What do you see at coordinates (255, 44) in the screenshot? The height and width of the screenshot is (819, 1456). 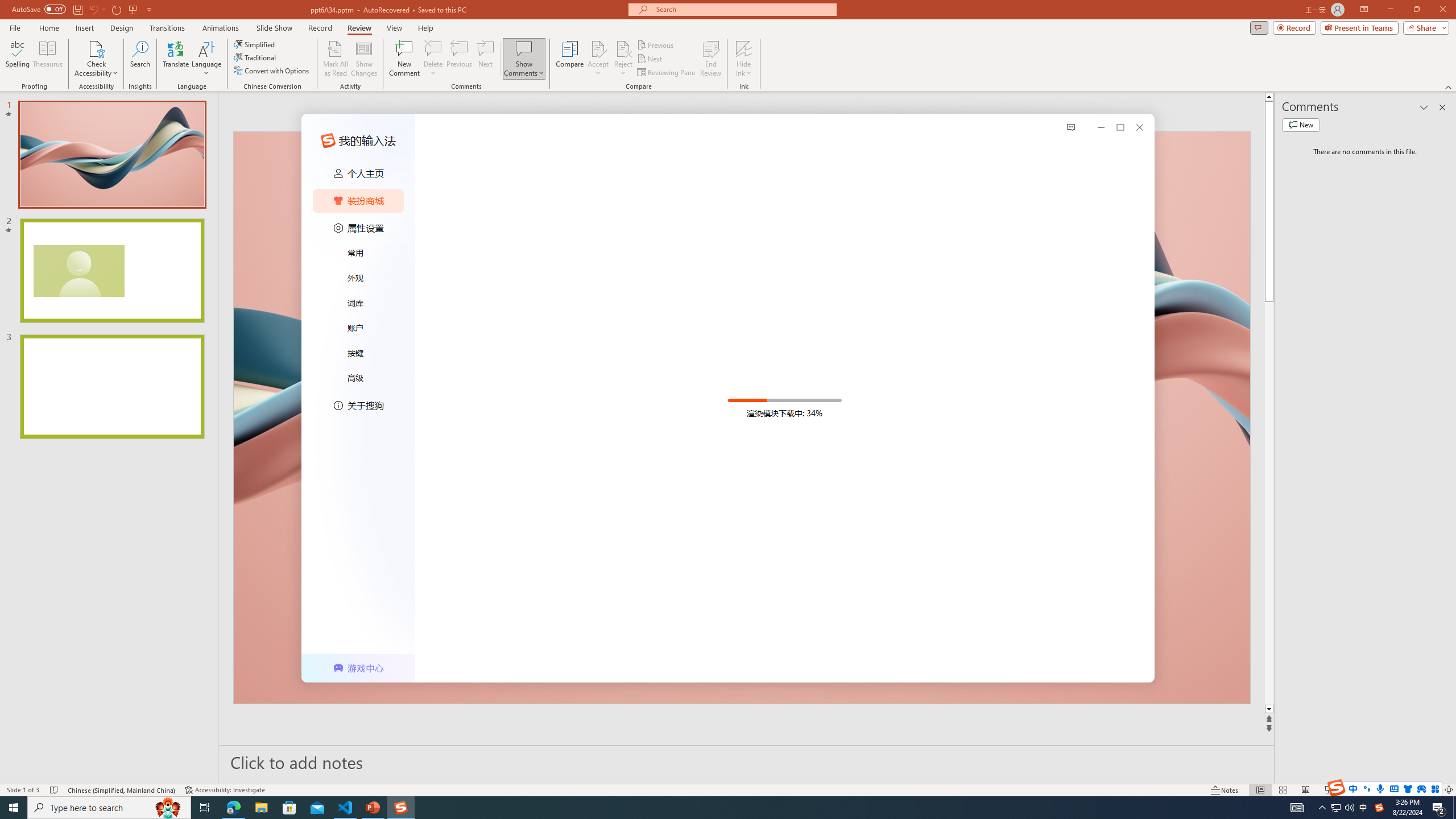 I see `'Simplified'` at bounding box center [255, 44].